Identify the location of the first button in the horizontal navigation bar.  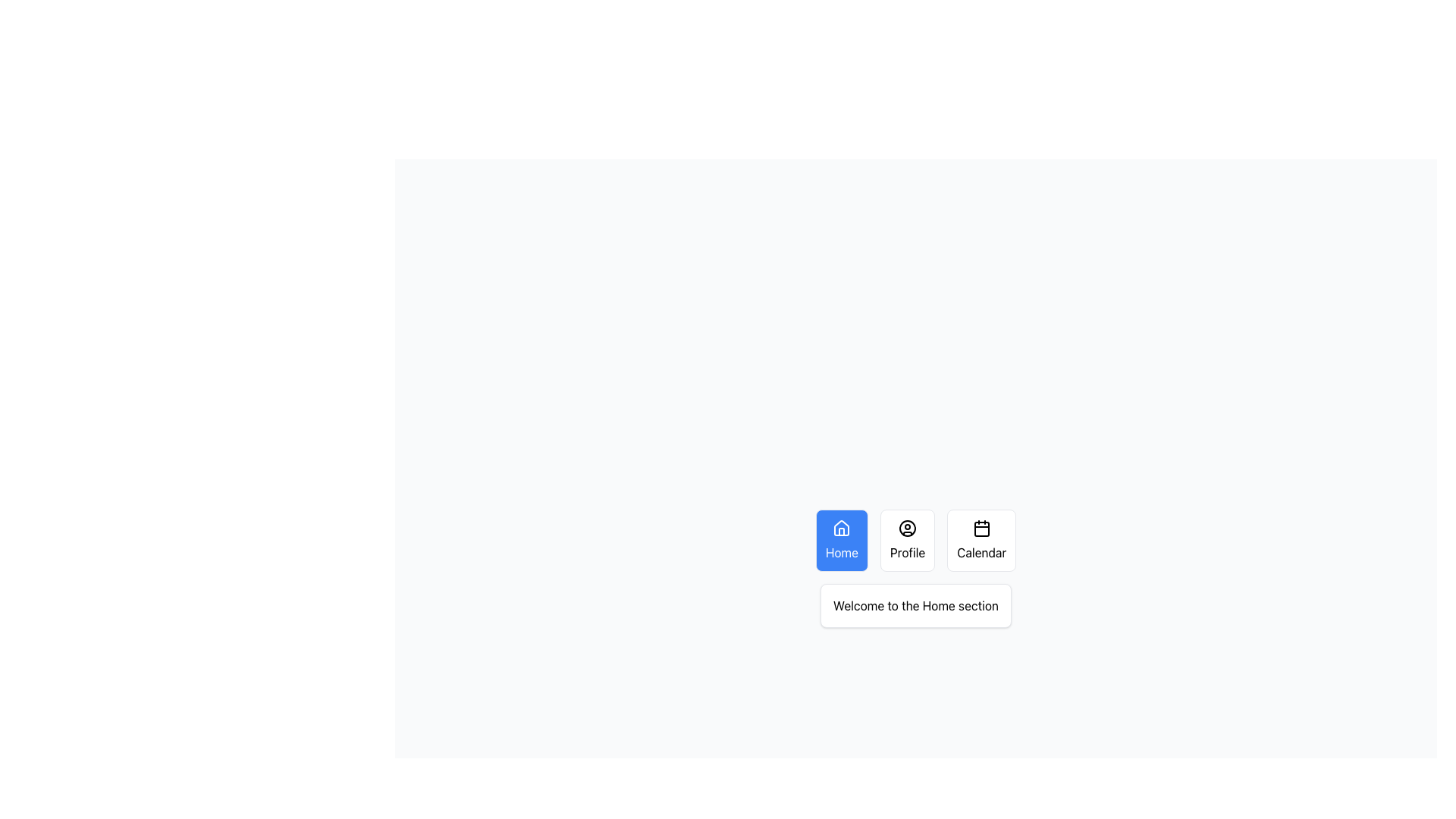
(840, 540).